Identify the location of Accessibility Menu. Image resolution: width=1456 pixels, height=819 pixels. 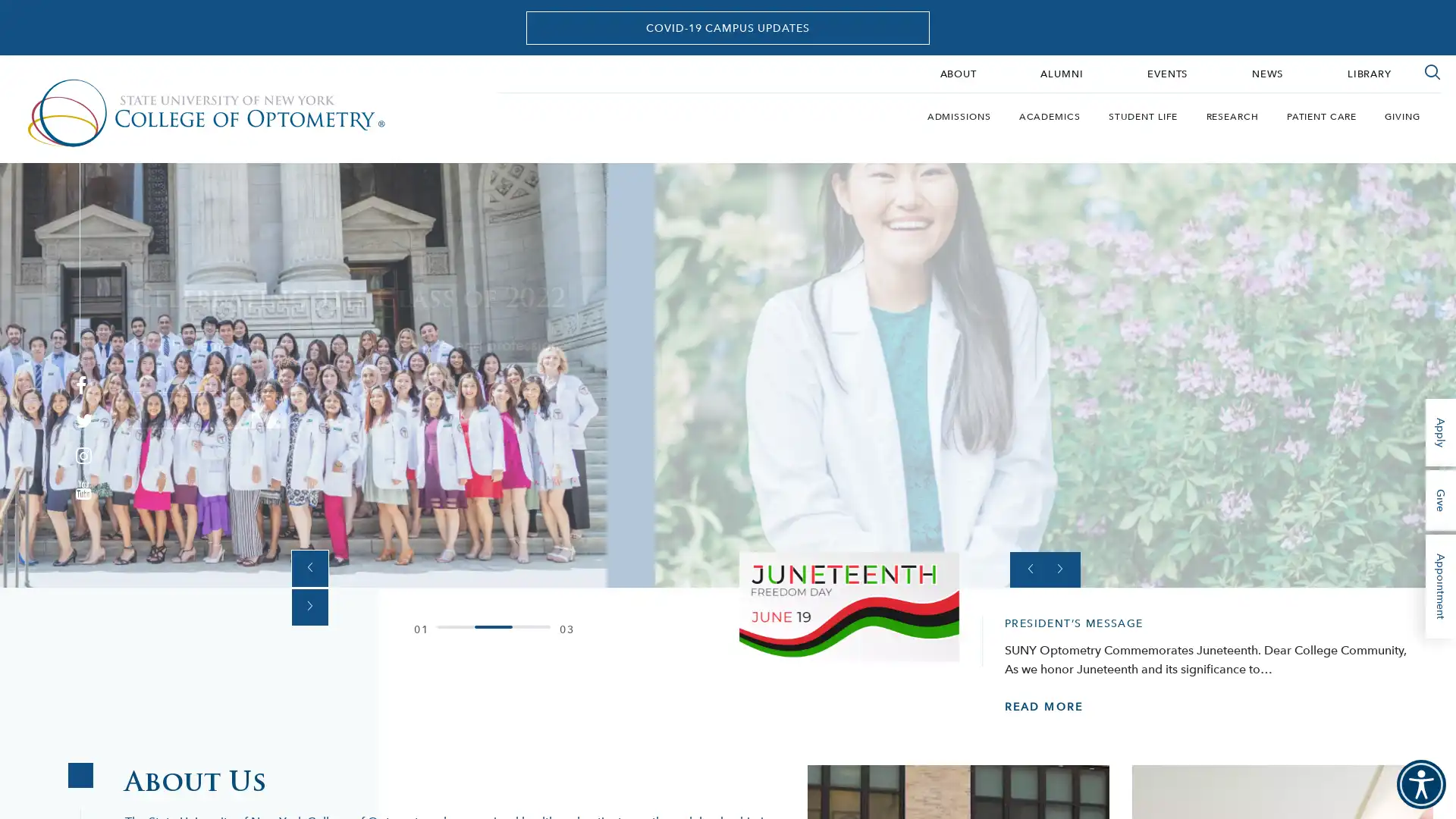
(1420, 784).